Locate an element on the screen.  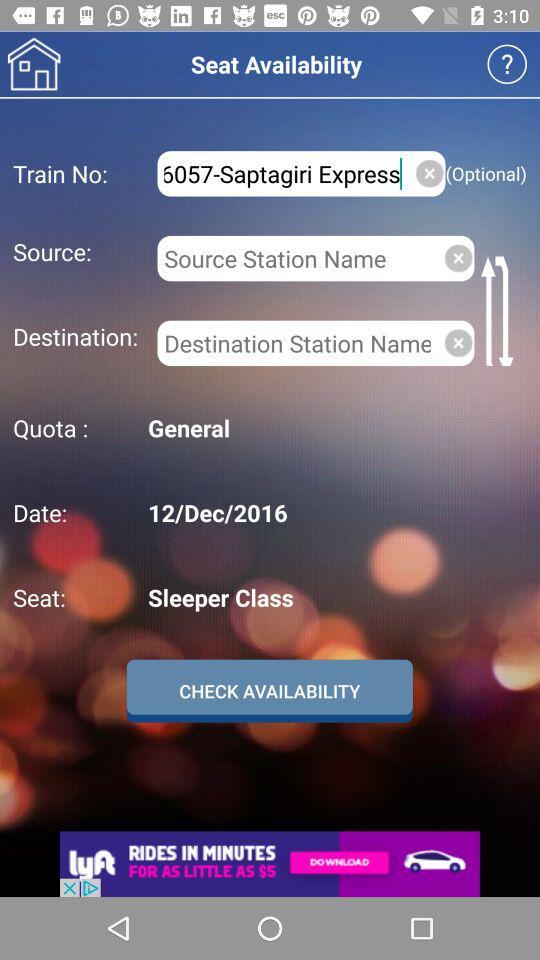
switch fields is located at coordinates (499, 310).